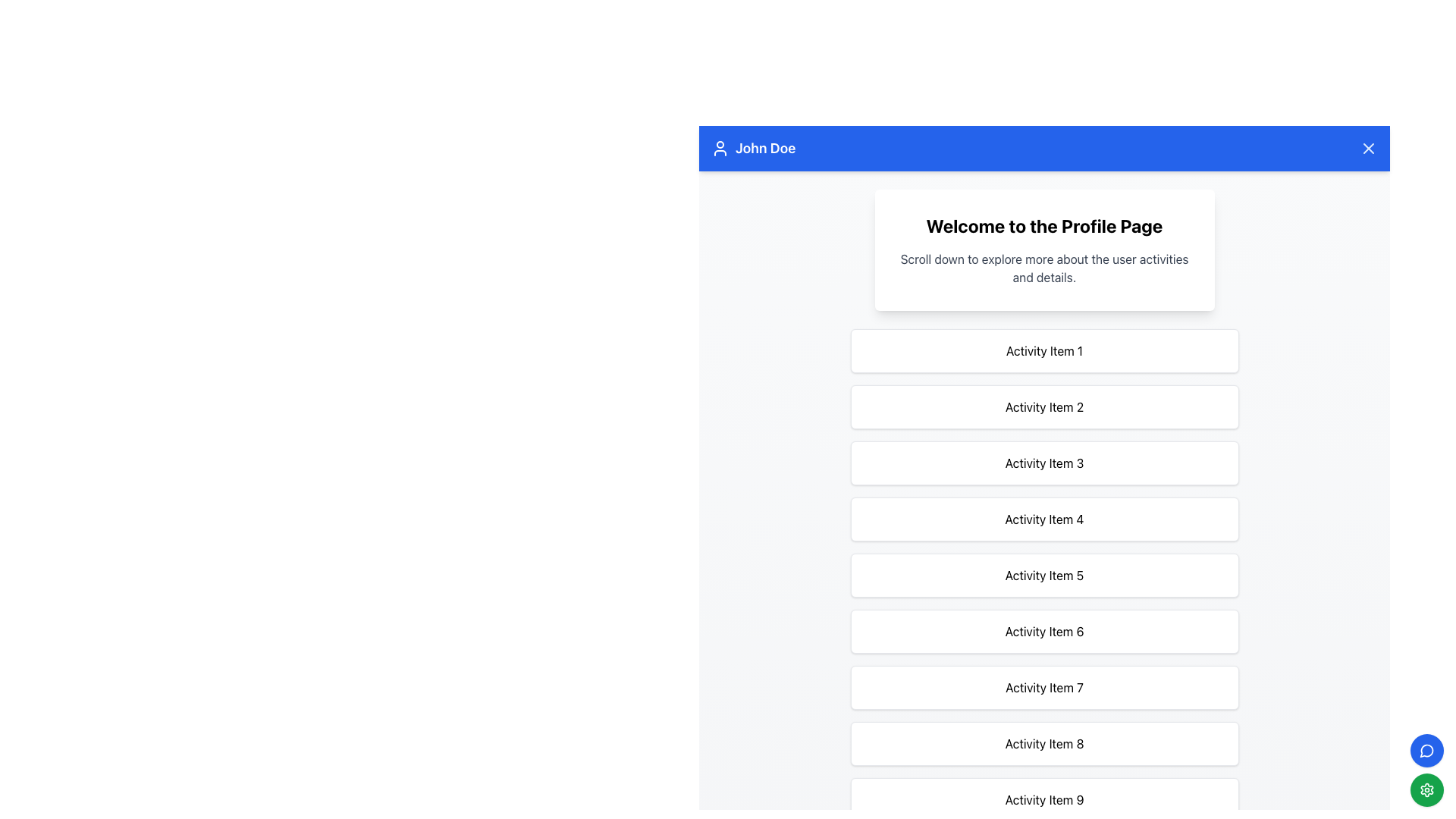 The image size is (1456, 819). I want to click on the user profile icon located to the left of the text 'John Doe' in the upper blue header section of the page, so click(720, 149).